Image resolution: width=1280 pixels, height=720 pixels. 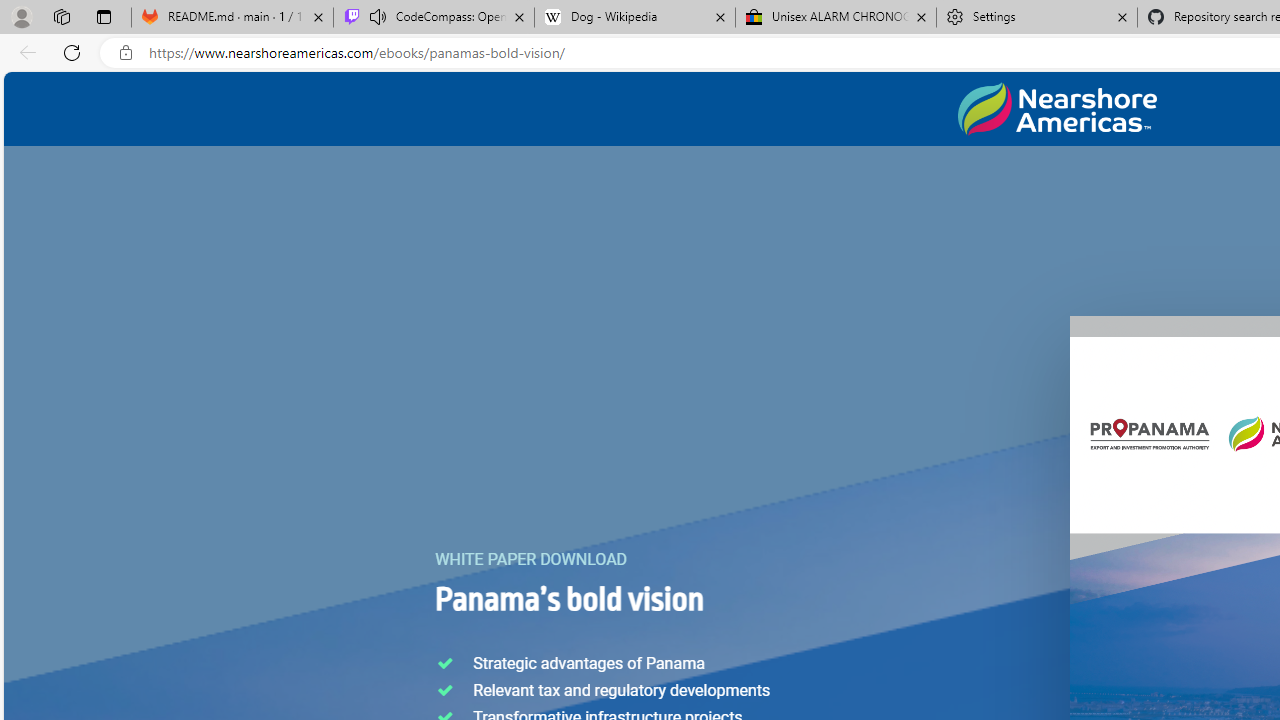 I want to click on 'Dog - Wikipedia', so click(x=633, y=17).